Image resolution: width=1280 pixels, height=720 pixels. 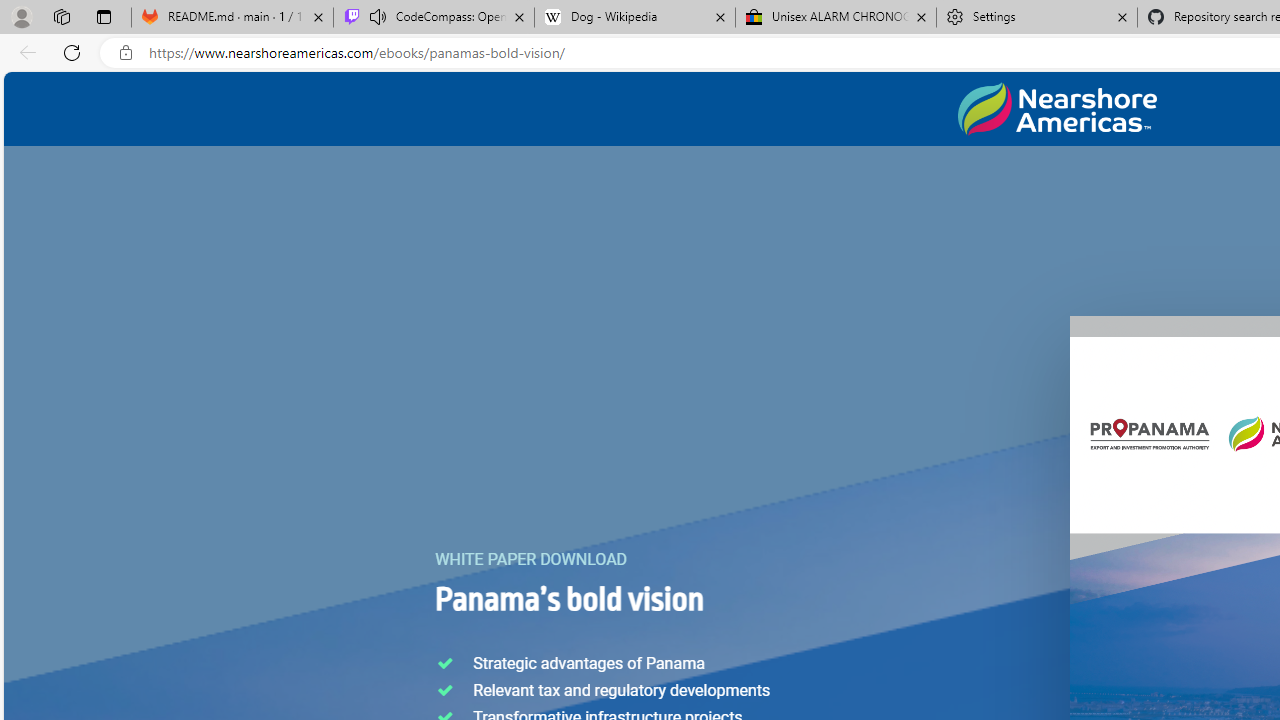 I want to click on 'Dog - Wikipedia', so click(x=633, y=17).